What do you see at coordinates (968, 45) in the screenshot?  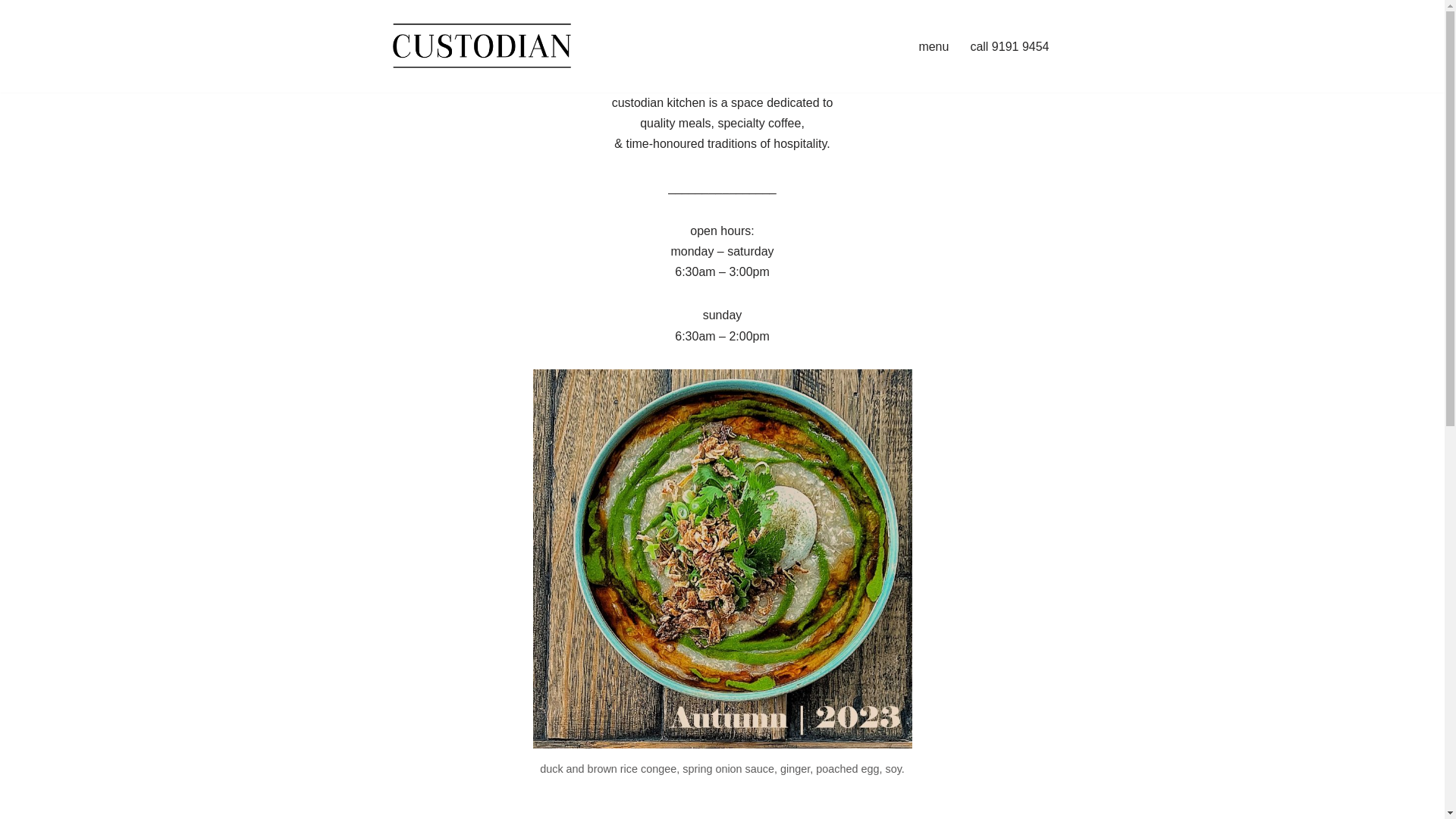 I see `'call 9191 9454'` at bounding box center [968, 45].